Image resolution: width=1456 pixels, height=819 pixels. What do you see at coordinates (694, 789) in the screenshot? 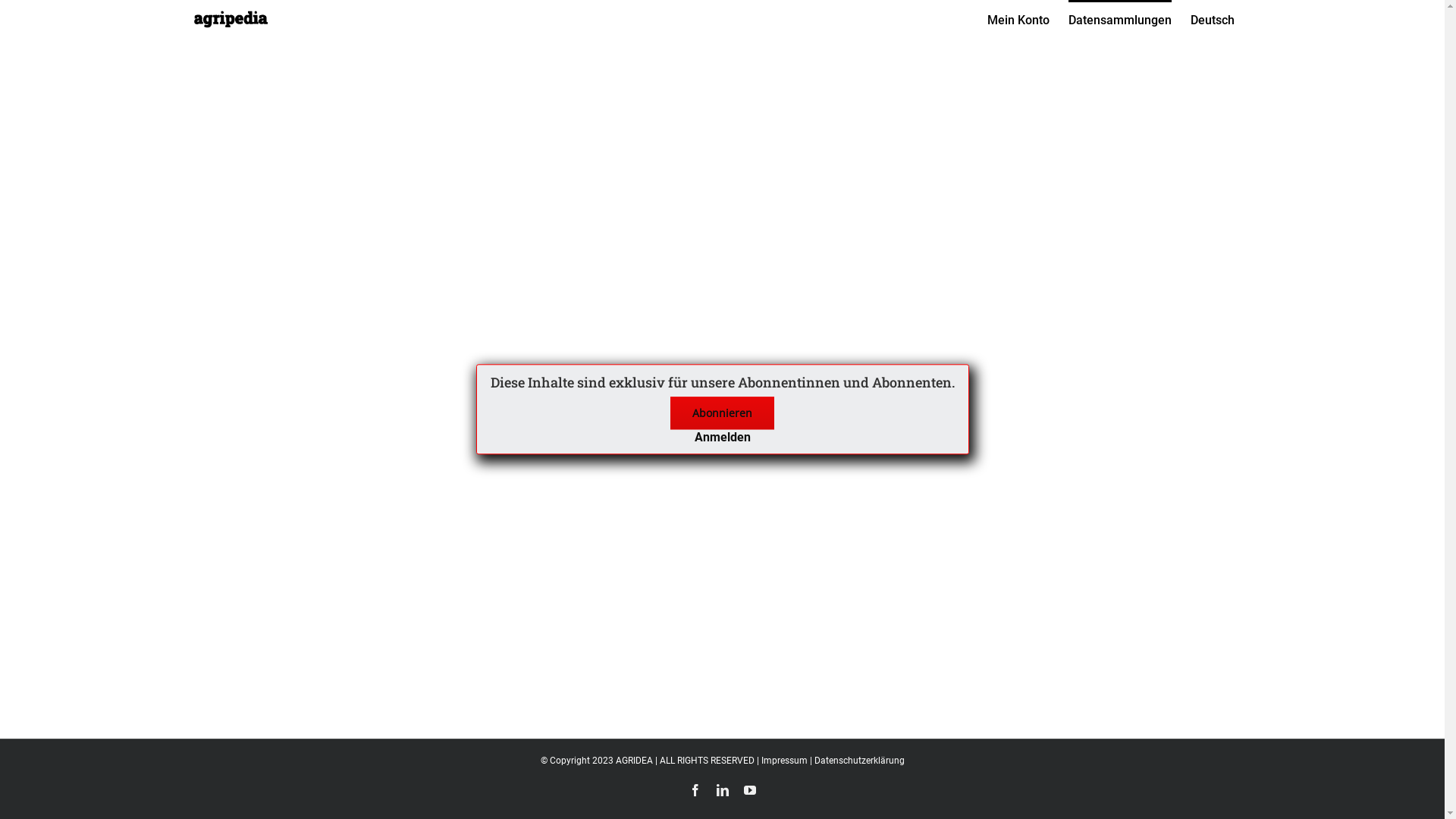
I see `'Facebook'` at bounding box center [694, 789].